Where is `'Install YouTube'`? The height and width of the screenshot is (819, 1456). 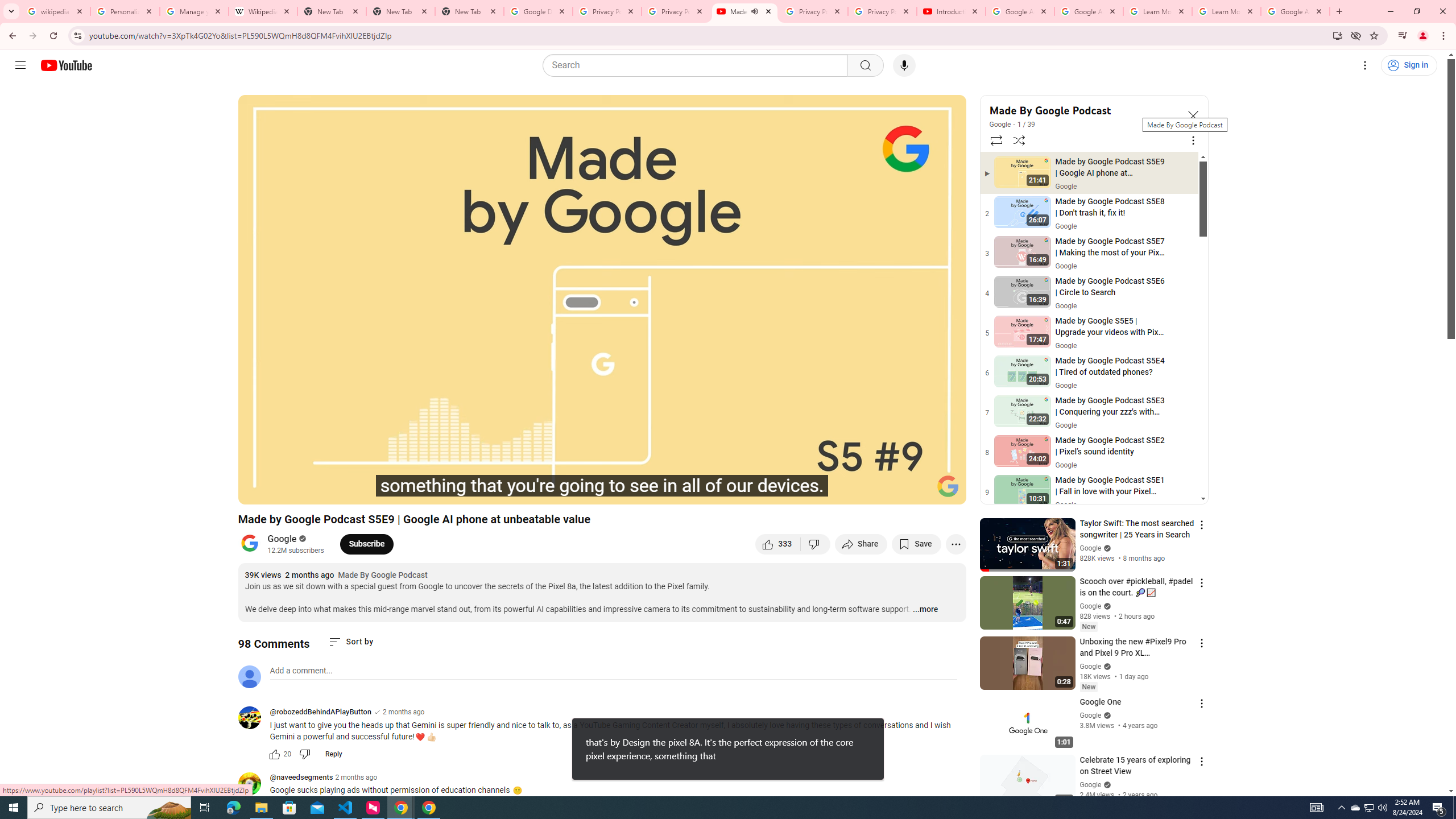 'Install YouTube' is located at coordinates (1337, 35).